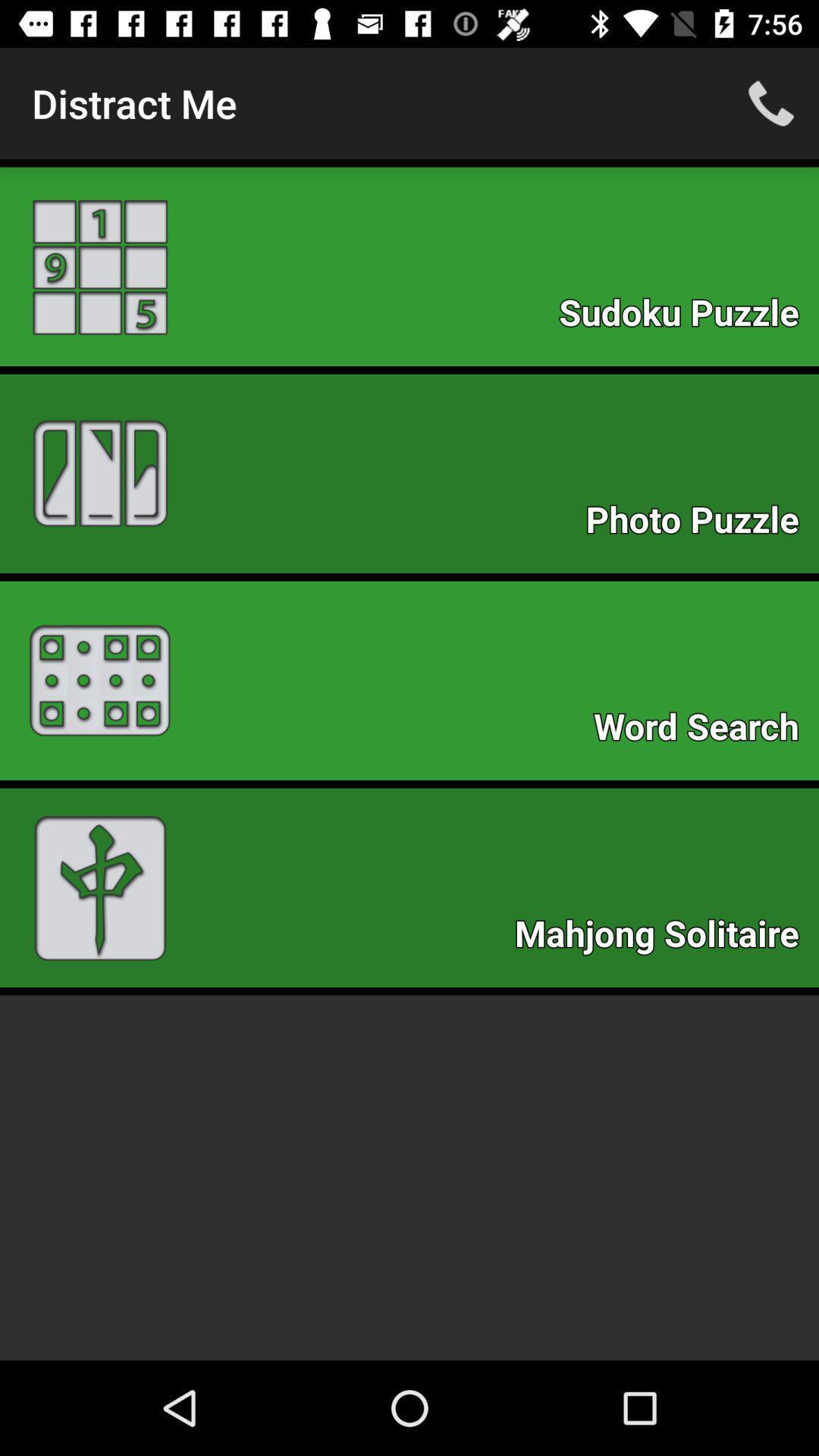  What do you see at coordinates (704, 731) in the screenshot?
I see `word search icon` at bounding box center [704, 731].